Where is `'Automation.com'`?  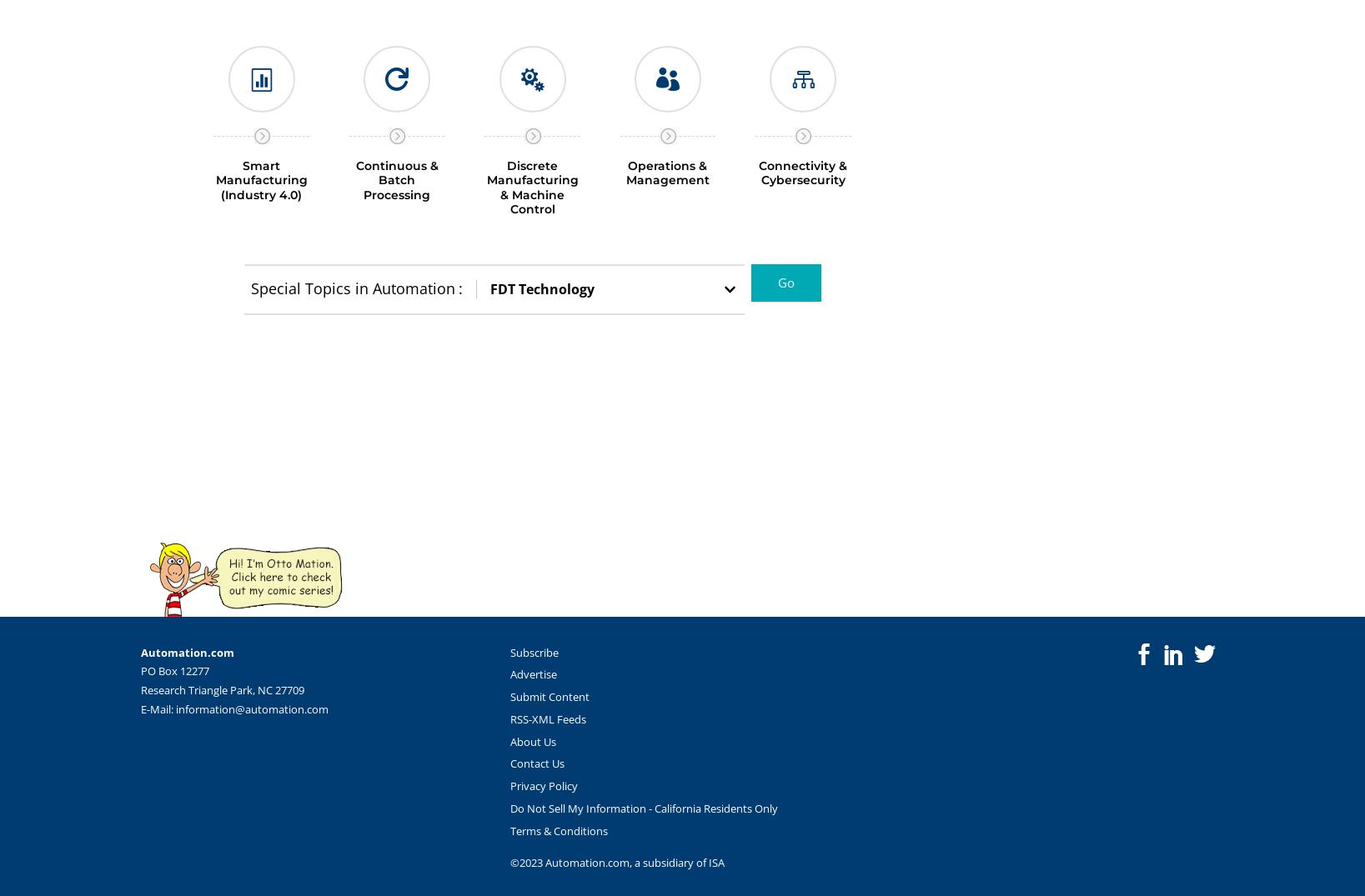
'Automation.com' is located at coordinates (186, 651).